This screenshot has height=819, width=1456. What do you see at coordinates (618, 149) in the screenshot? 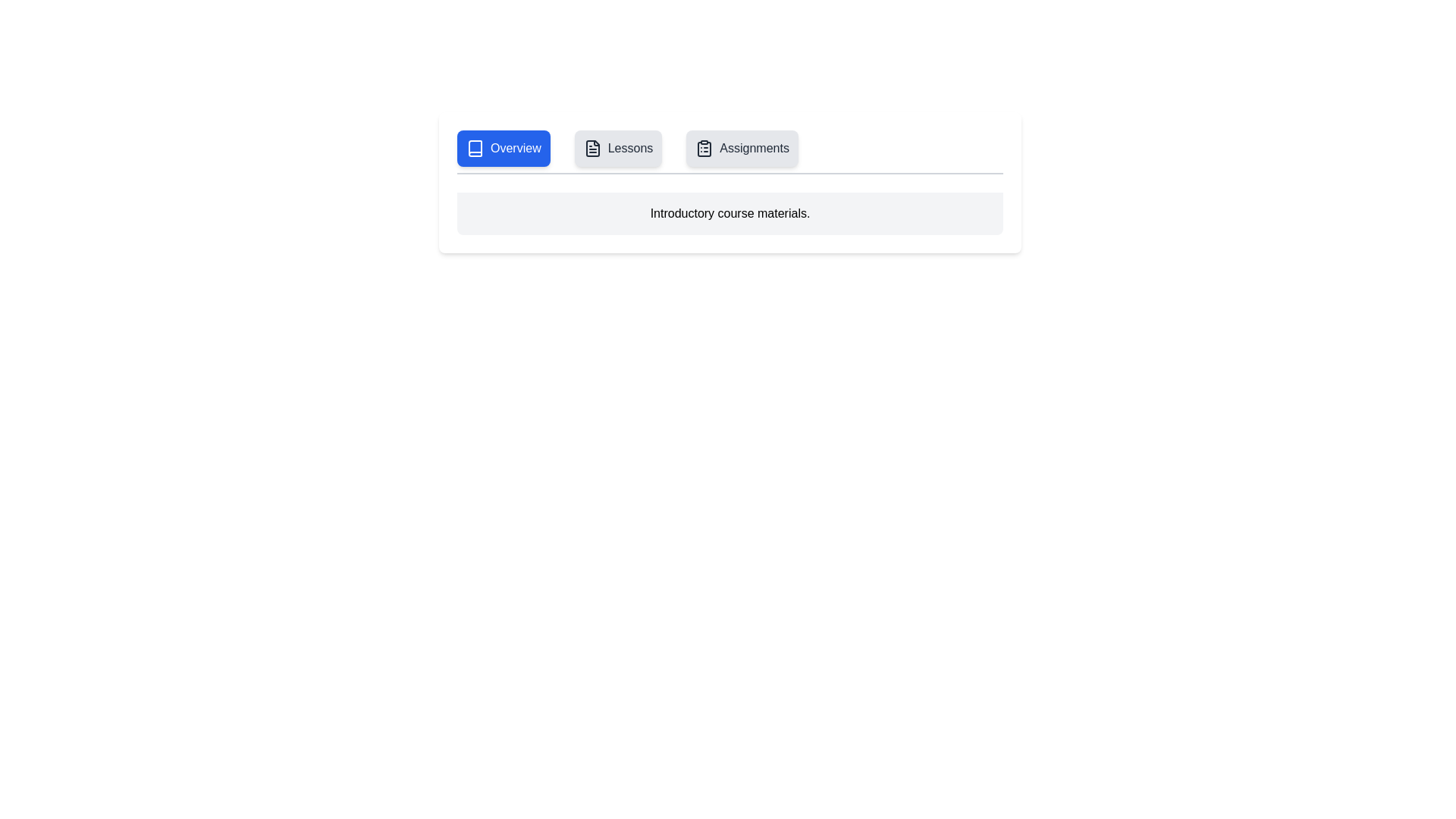
I see `the Lessons tab` at bounding box center [618, 149].